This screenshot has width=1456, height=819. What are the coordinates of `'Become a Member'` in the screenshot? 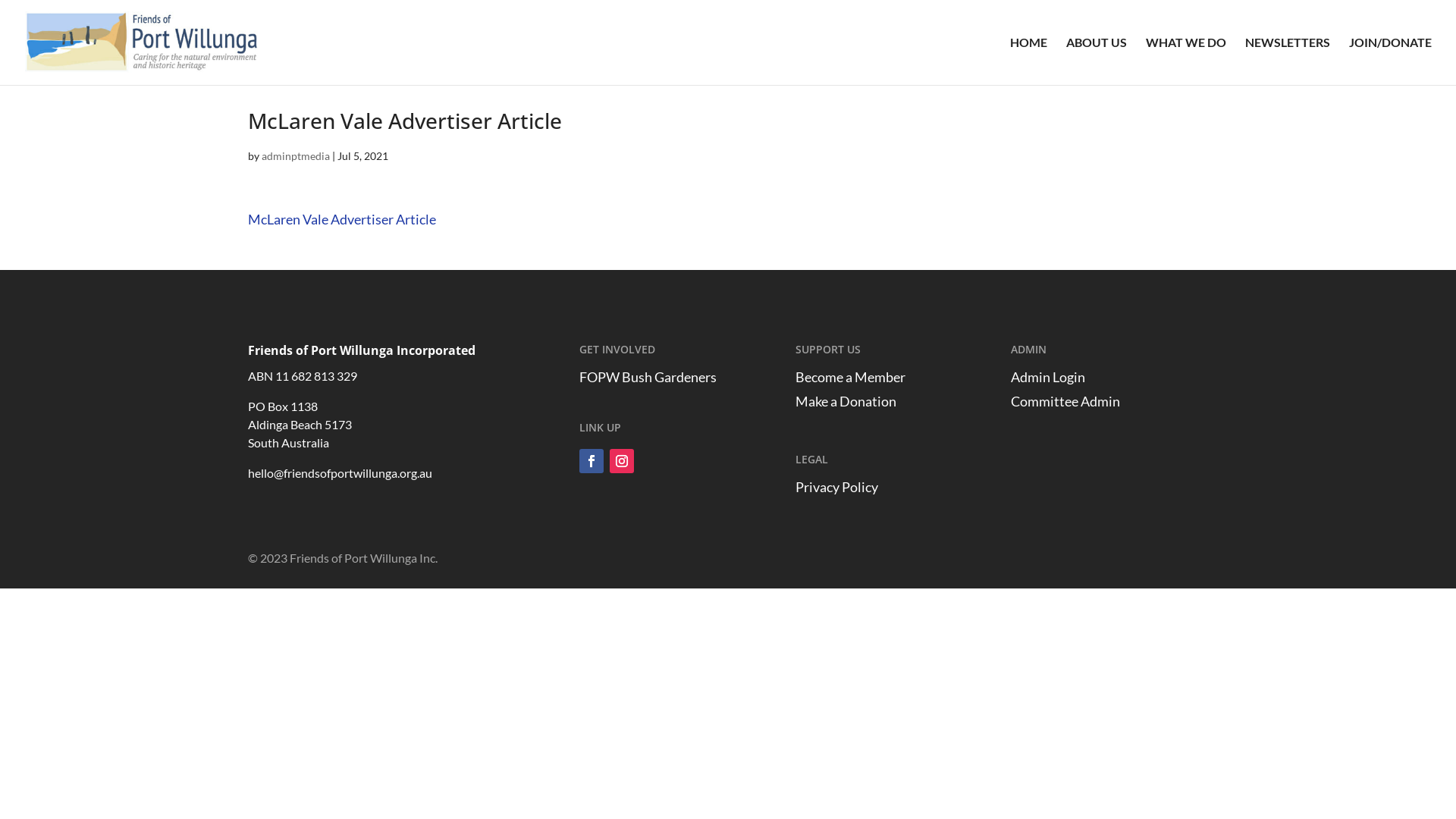 It's located at (850, 376).